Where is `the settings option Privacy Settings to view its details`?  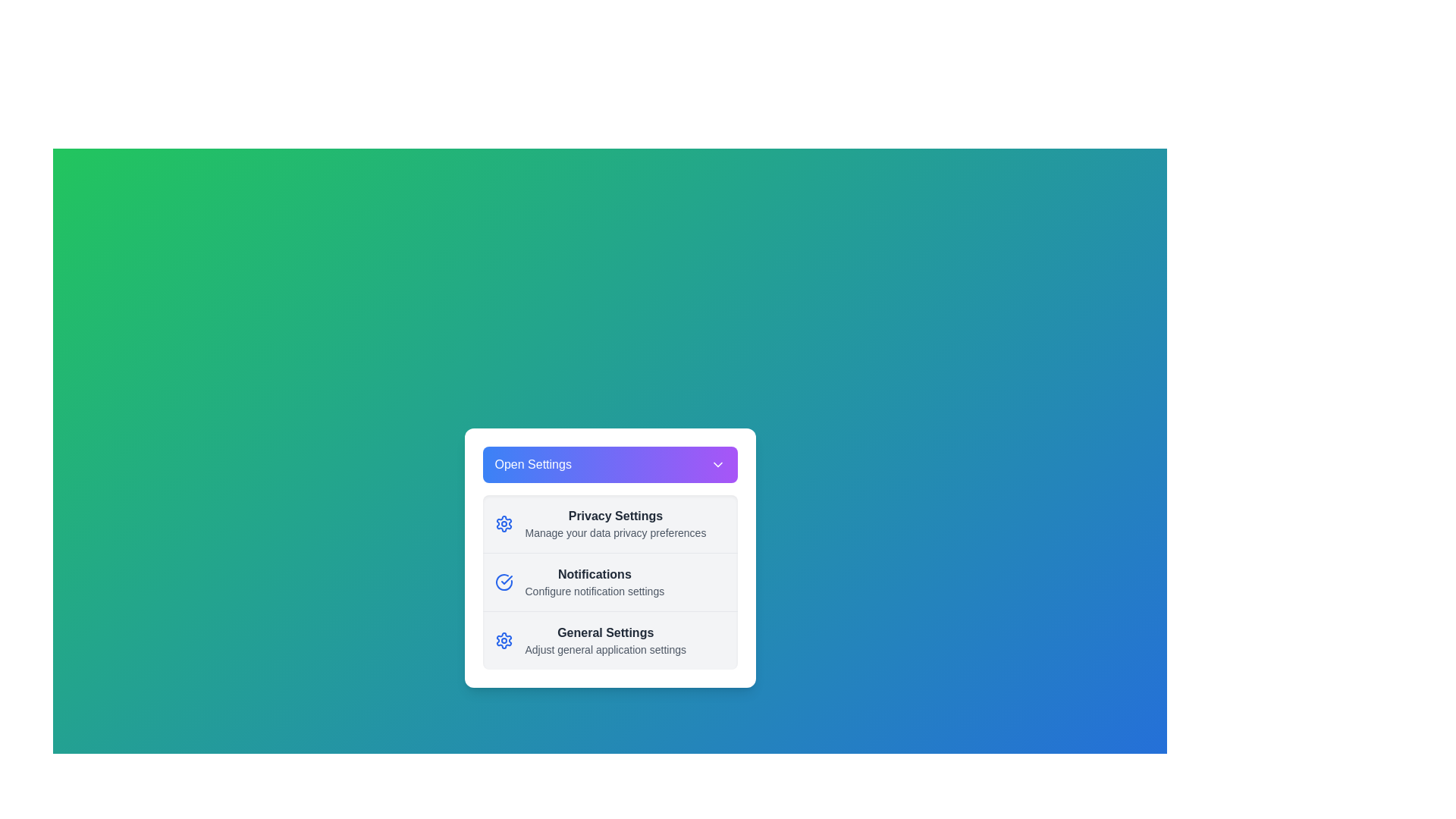
the settings option Privacy Settings to view its details is located at coordinates (610, 522).